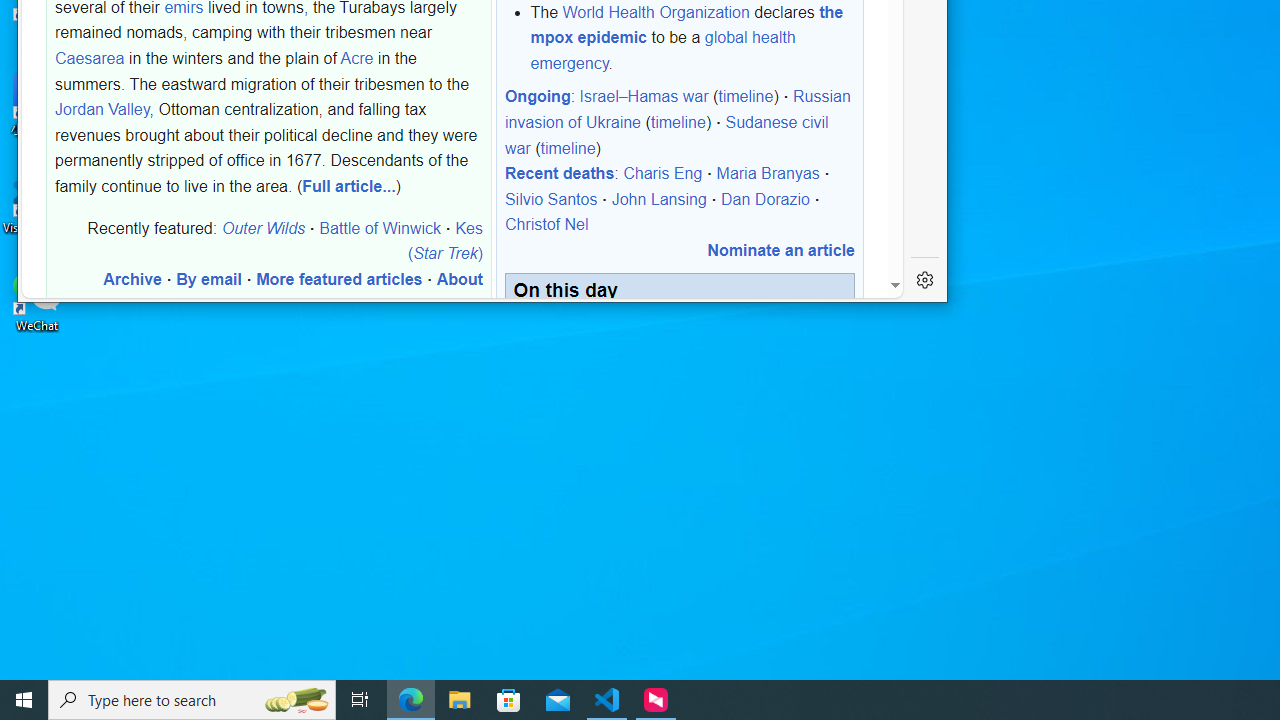 Image resolution: width=1280 pixels, height=720 pixels. I want to click on 'Sudanese civil war (timeline)', so click(666, 135).